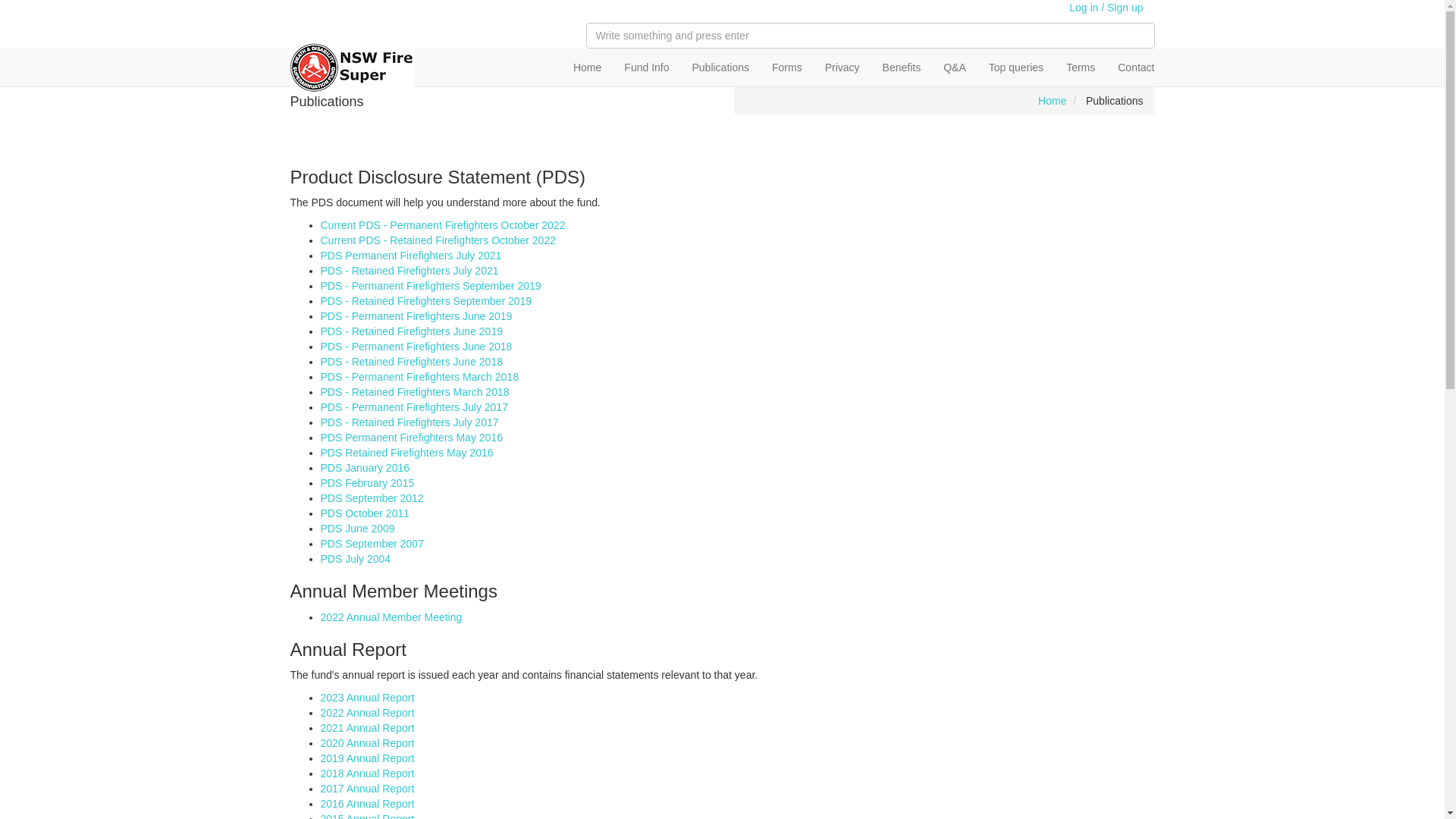 The width and height of the screenshot is (1456, 819). Describe the element at coordinates (354, 558) in the screenshot. I see `'PDS July 2004'` at that location.